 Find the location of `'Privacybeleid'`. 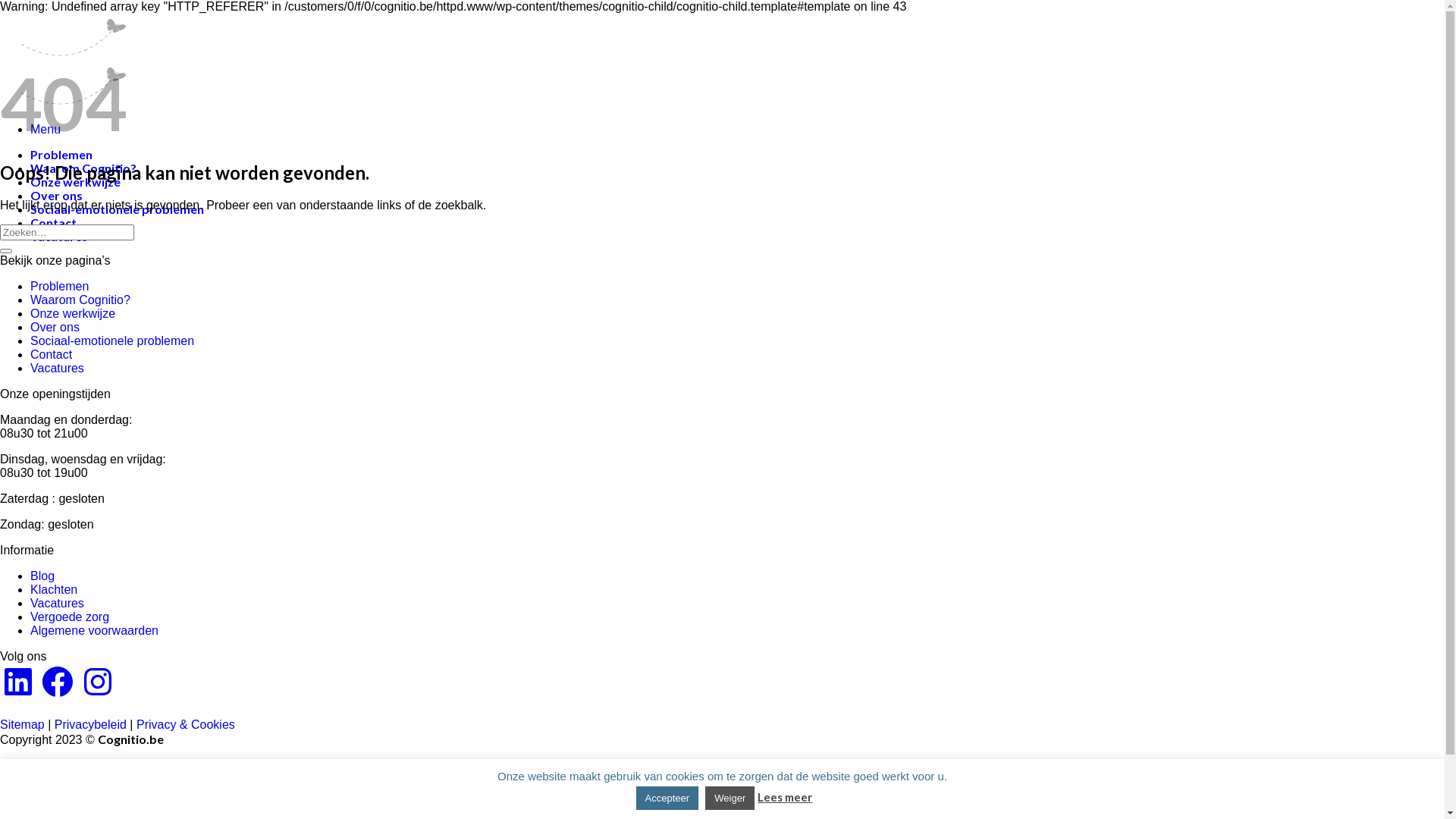

'Privacybeleid' is located at coordinates (89, 723).